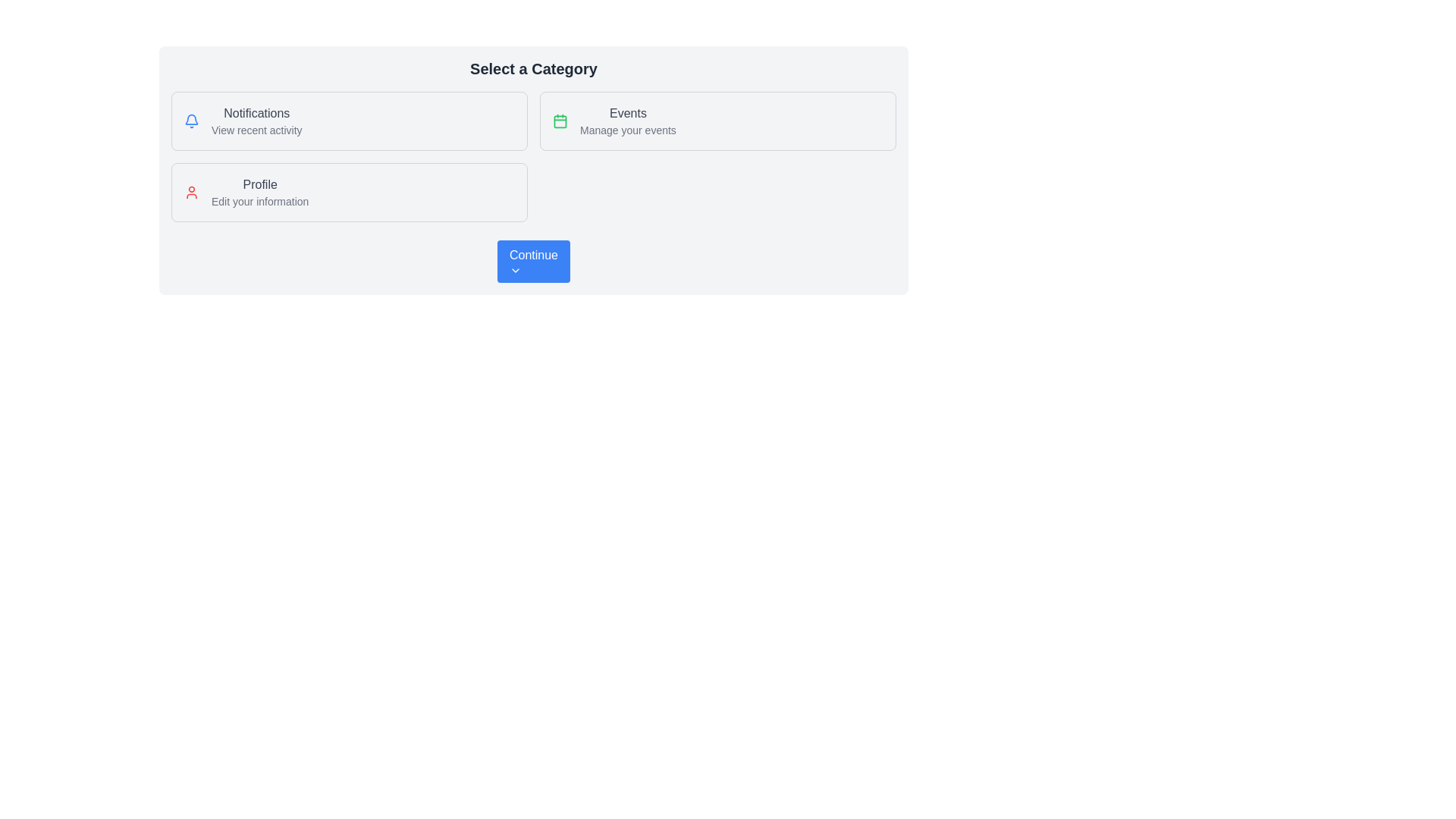 The width and height of the screenshot is (1456, 819). What do you see at coordinates (260, 201) in the screenshot?
I see `the Text label located below the 'Profile' title in the 'Profile' section, which provides additional details about the section` at bounding box center [260, 201].